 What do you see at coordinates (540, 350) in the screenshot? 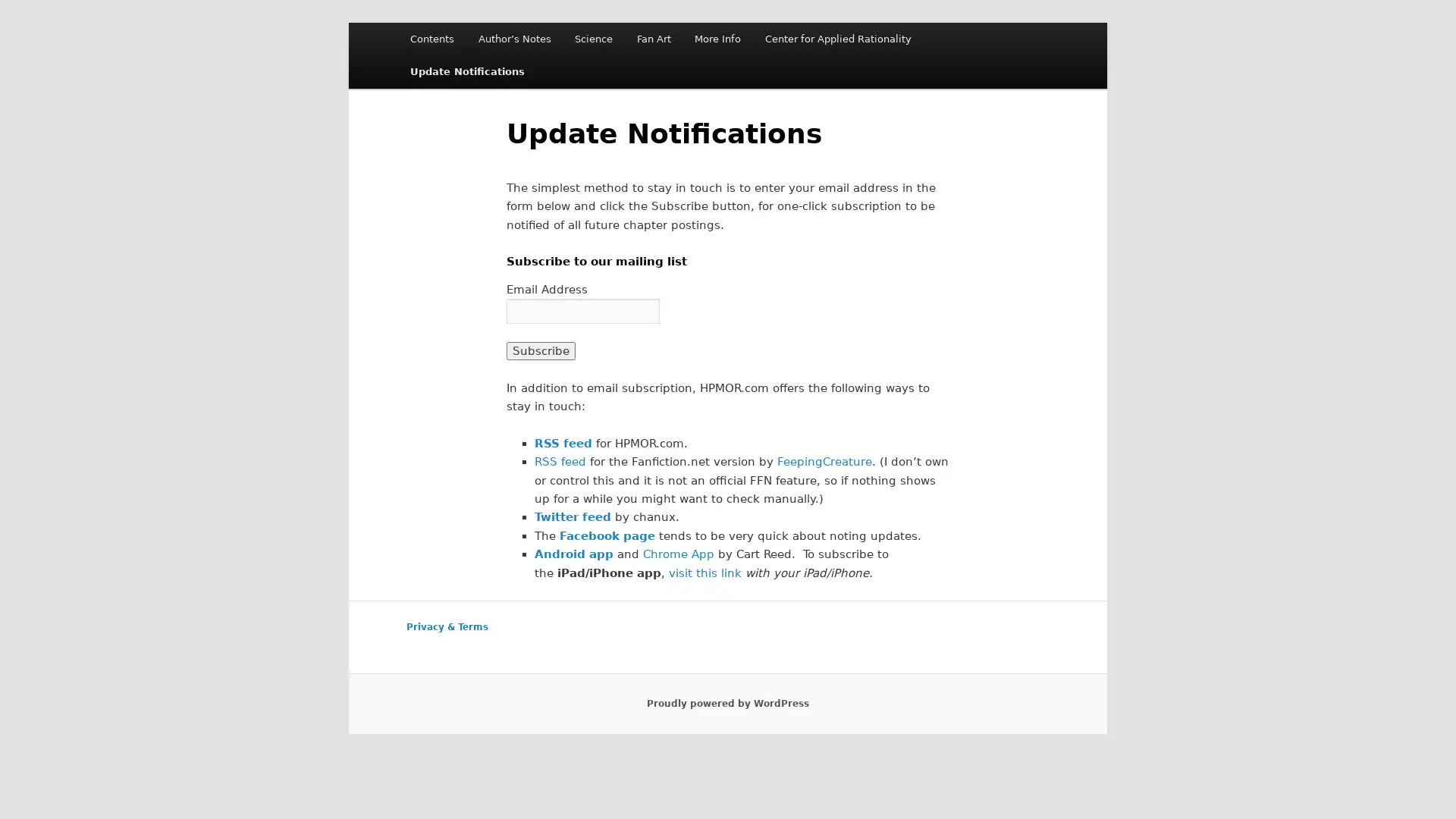
I see `Subscribe` at bounding box center [540, 350].